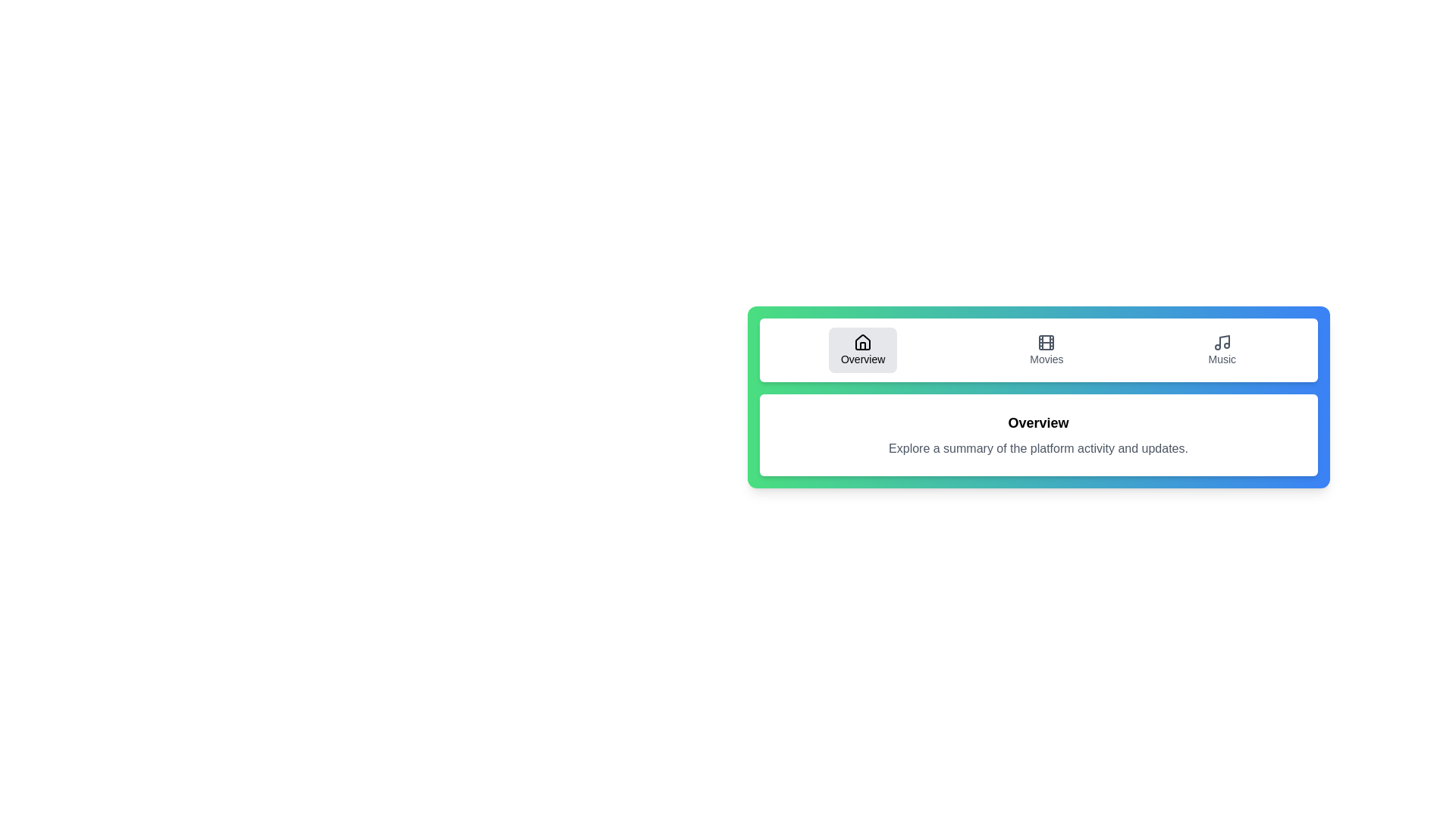 The height and width of the screenshot is (819, 1456). Describe the element at coordinates (1046, 350) in the screenshot. I see `the Movies tab by clicking on it` at that location.